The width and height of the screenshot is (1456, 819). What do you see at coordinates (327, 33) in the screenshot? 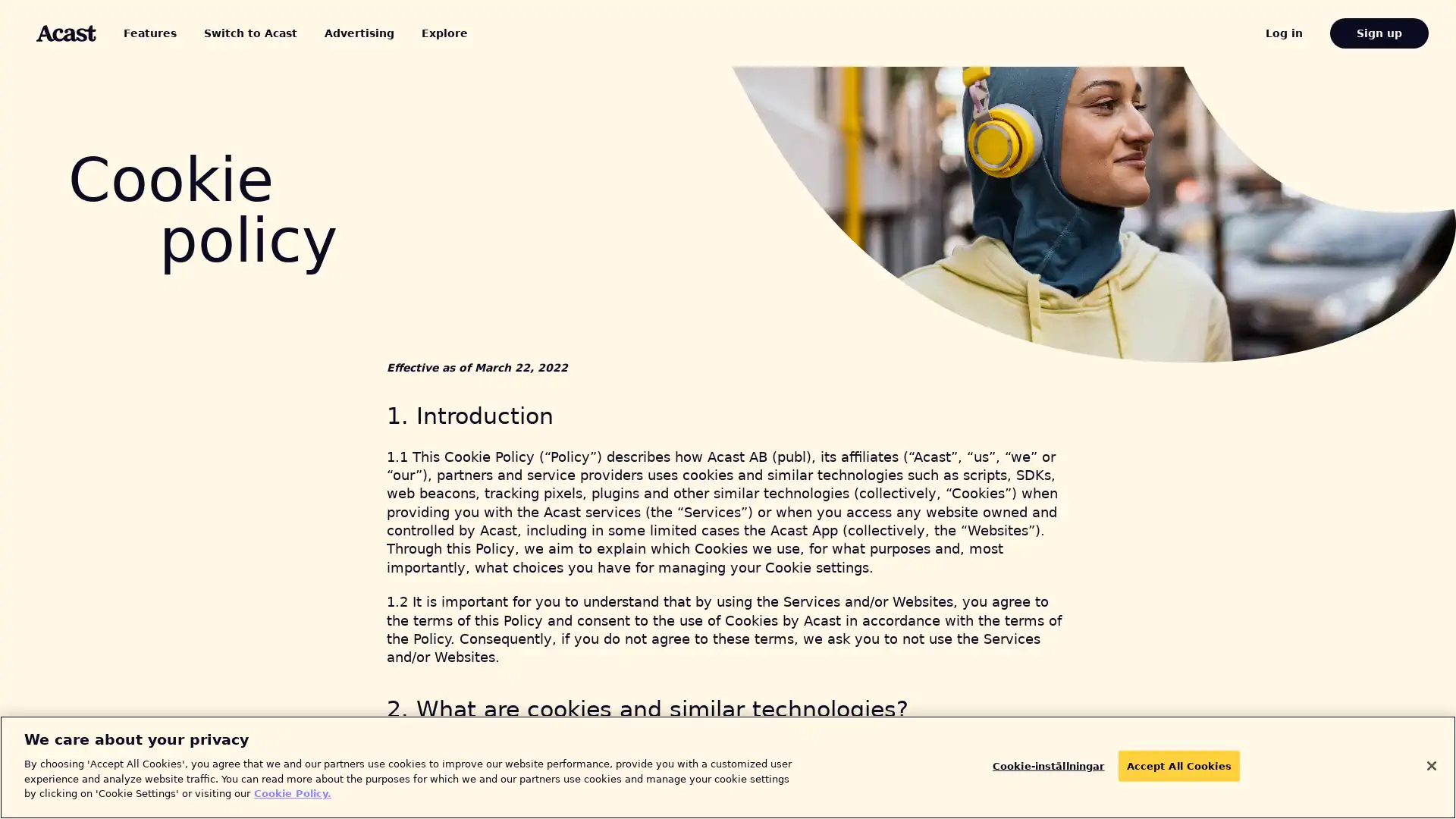
I see `Advertising` at bounding box center [327, 33].